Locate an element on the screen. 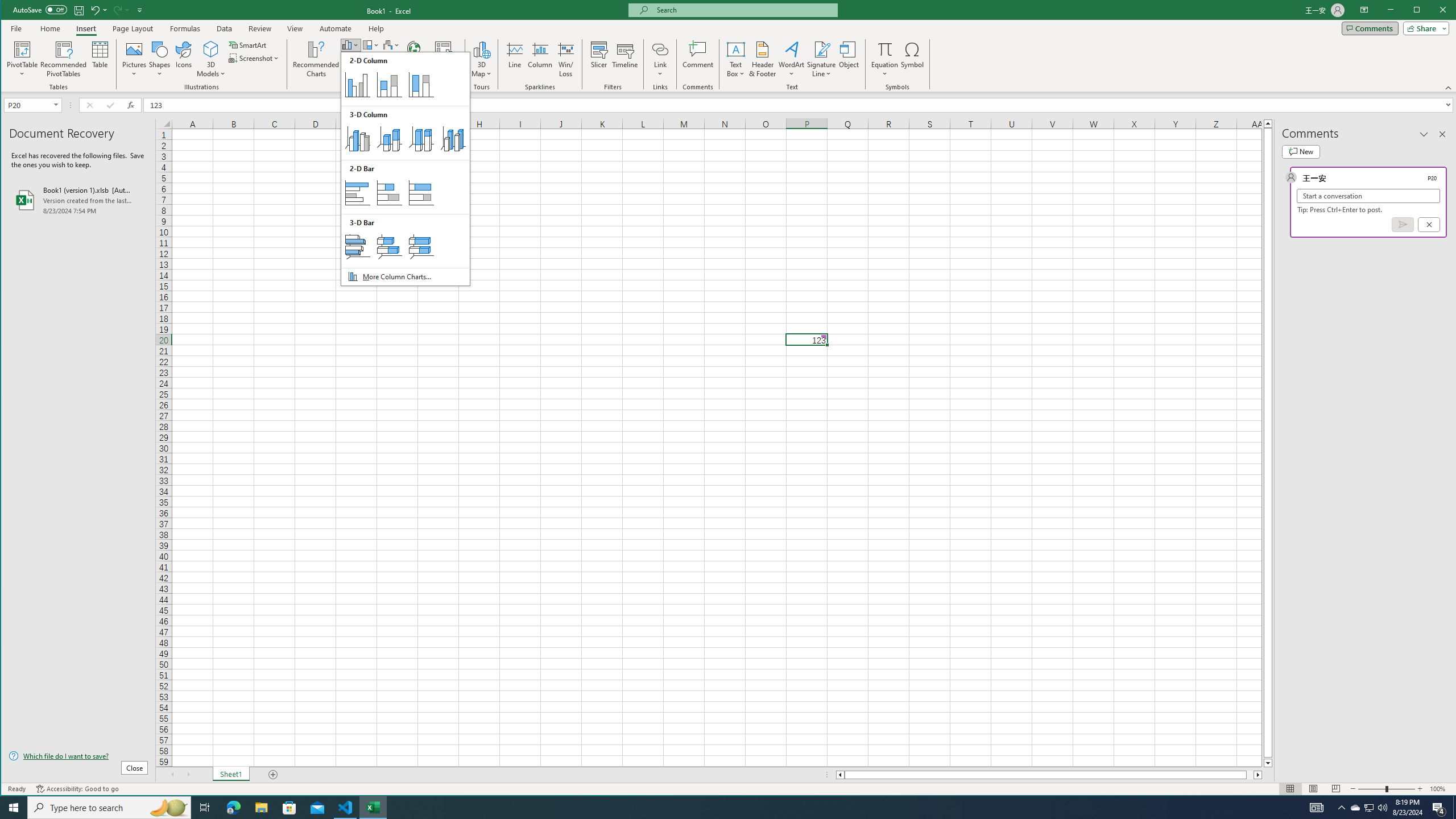 This screenshot has width=1456, height=819. 'Q2790: 100%' is located at coordinates (1381, 806).